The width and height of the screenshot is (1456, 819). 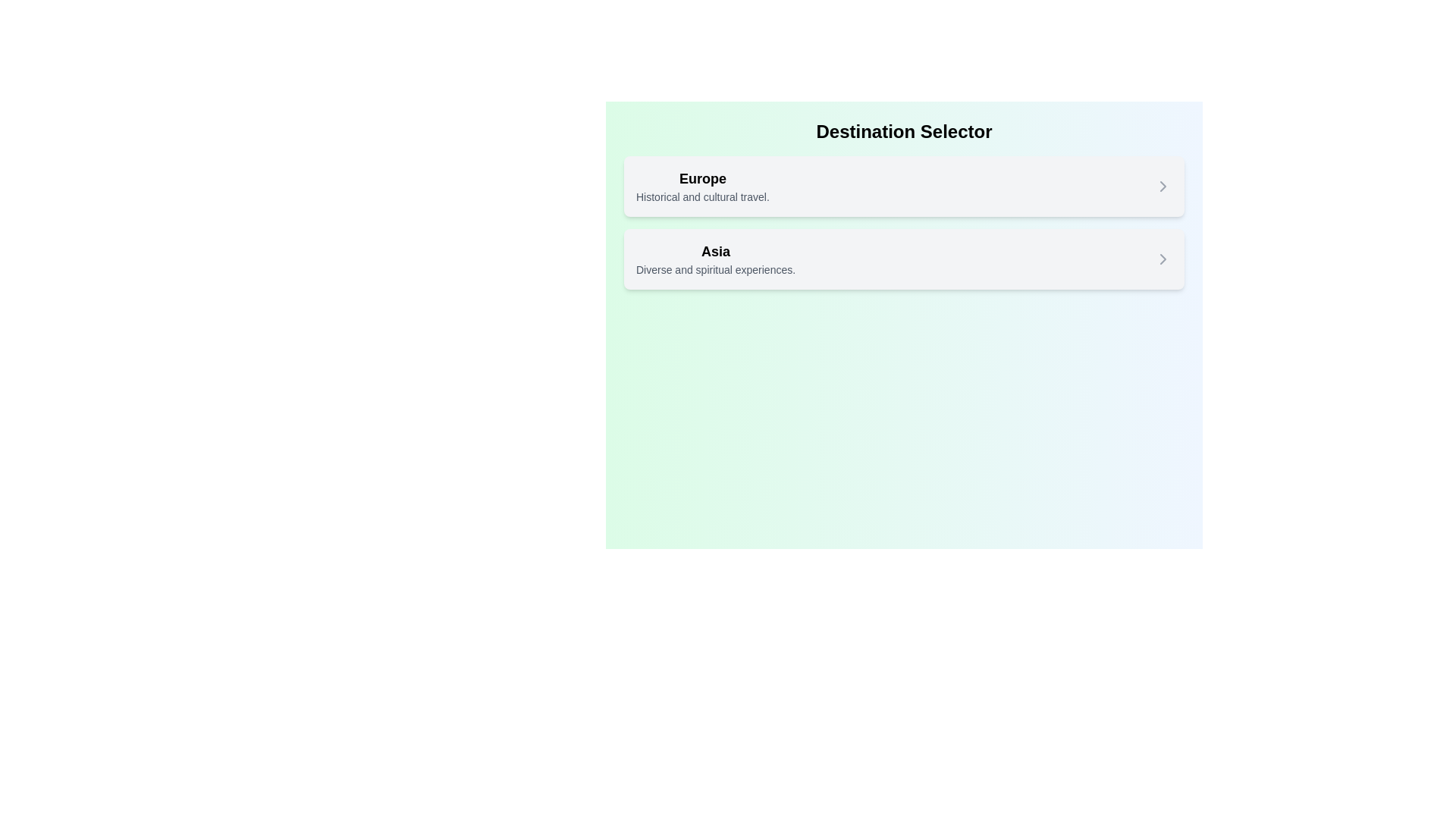 I want to click on the right-facing gray chevron icon located at the end of the text content in the 'Europe Historical and cultural travel' card, so click(x=1163, y=186).